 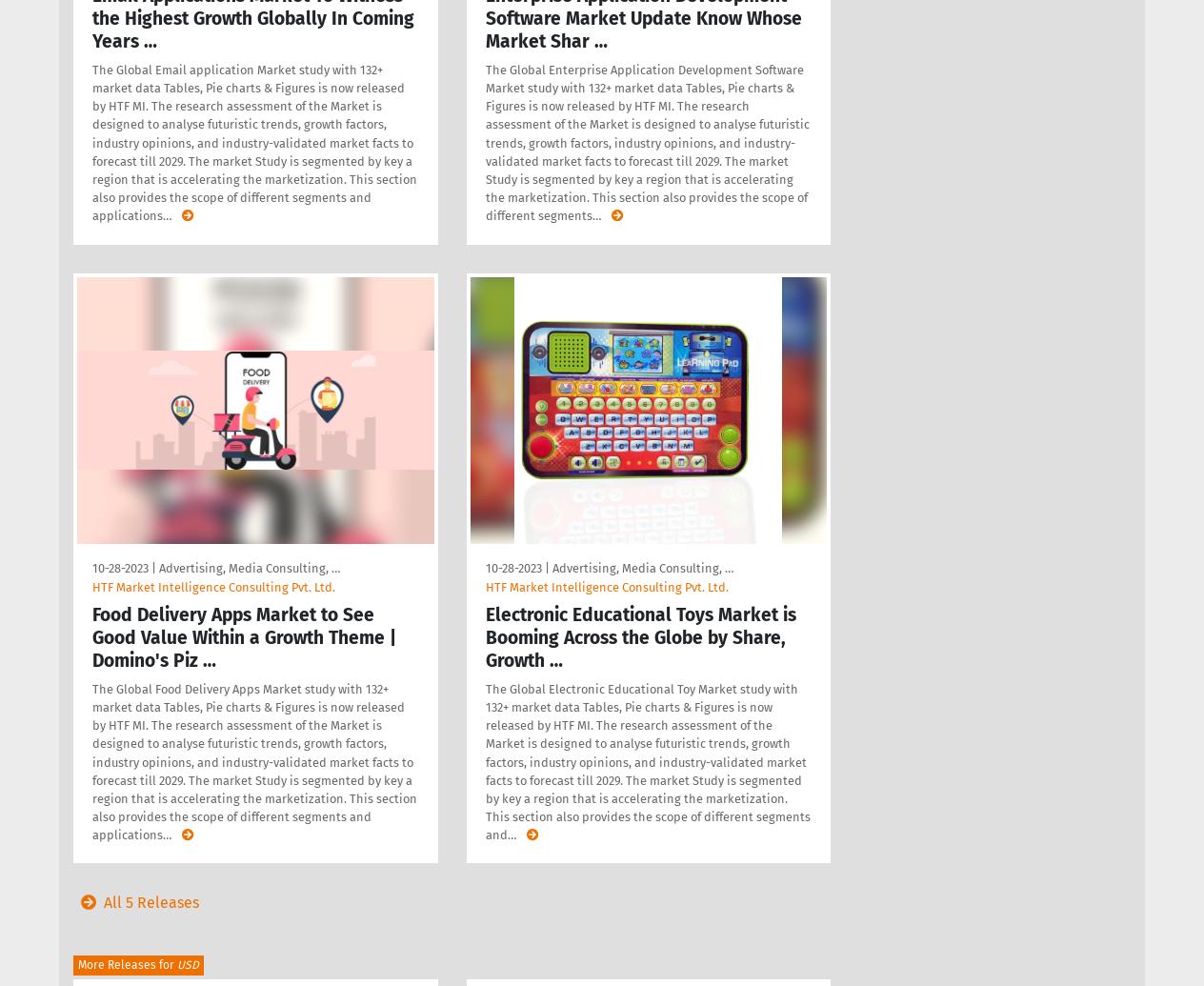 I want to click on 'Food Delivery Apps Market to See Good Value Within a Growth Theme | Domino's Piz …', so click(x=90, y=635).